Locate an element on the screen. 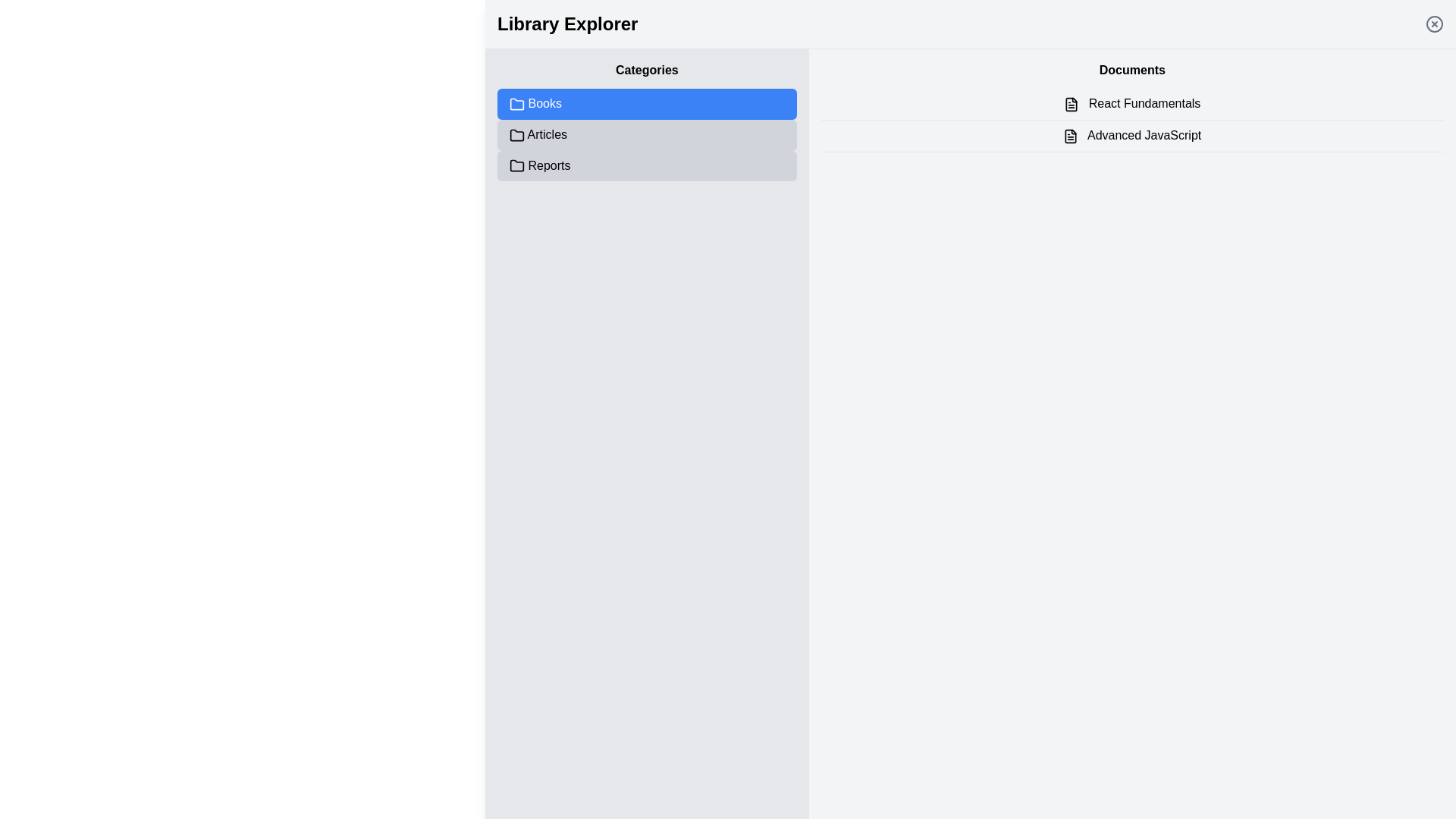 Image resolution: width=1456 pixels, height=819 pixels. the folder icon representing the 'Books' category in the 'Library Explorer' section is located at coordinates (516, 103).